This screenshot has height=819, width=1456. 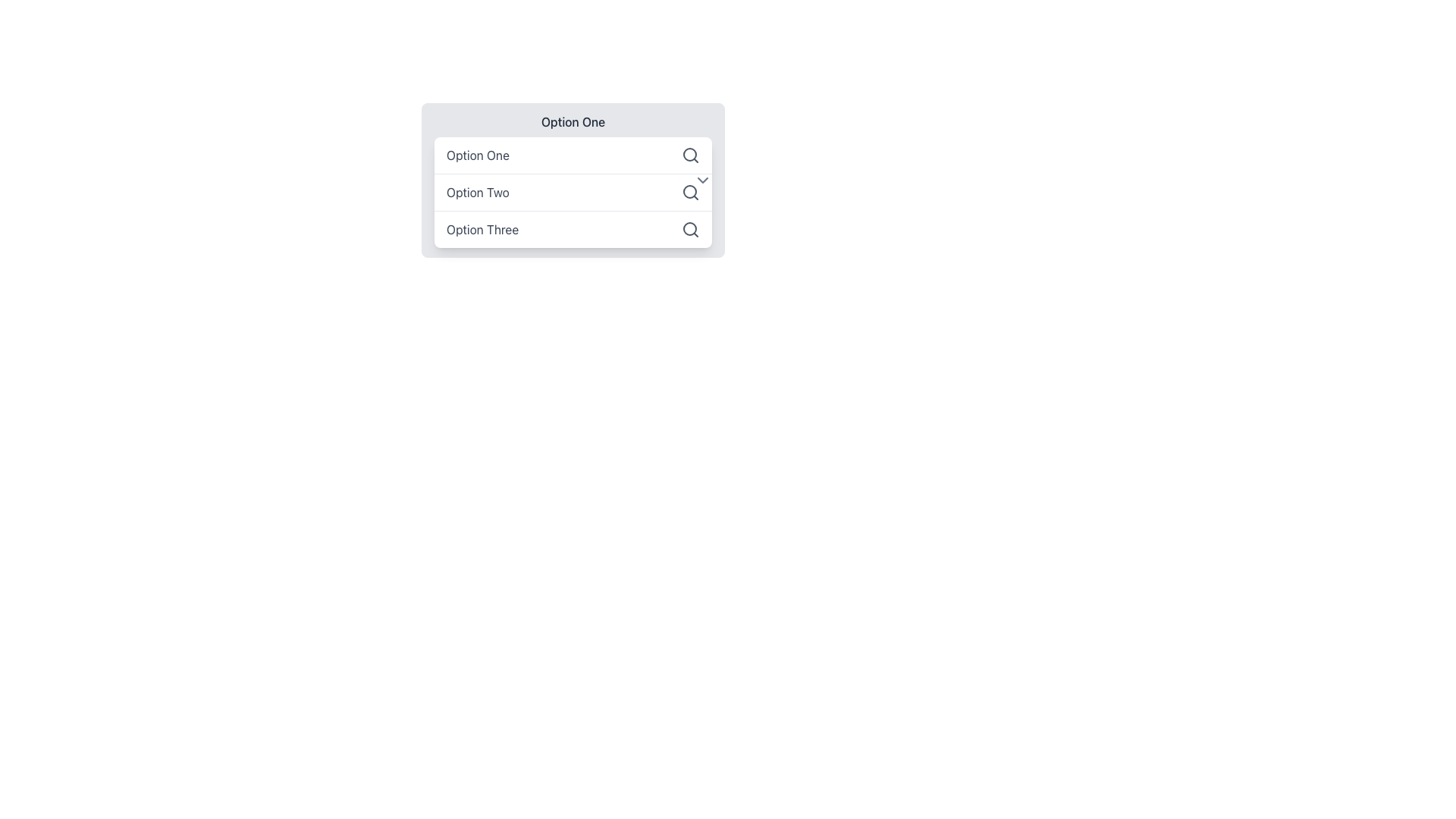 I want to click on the chevron icon located on the right side of the 'Option Two' row in the dropdown list, so click(x=701, y=180).